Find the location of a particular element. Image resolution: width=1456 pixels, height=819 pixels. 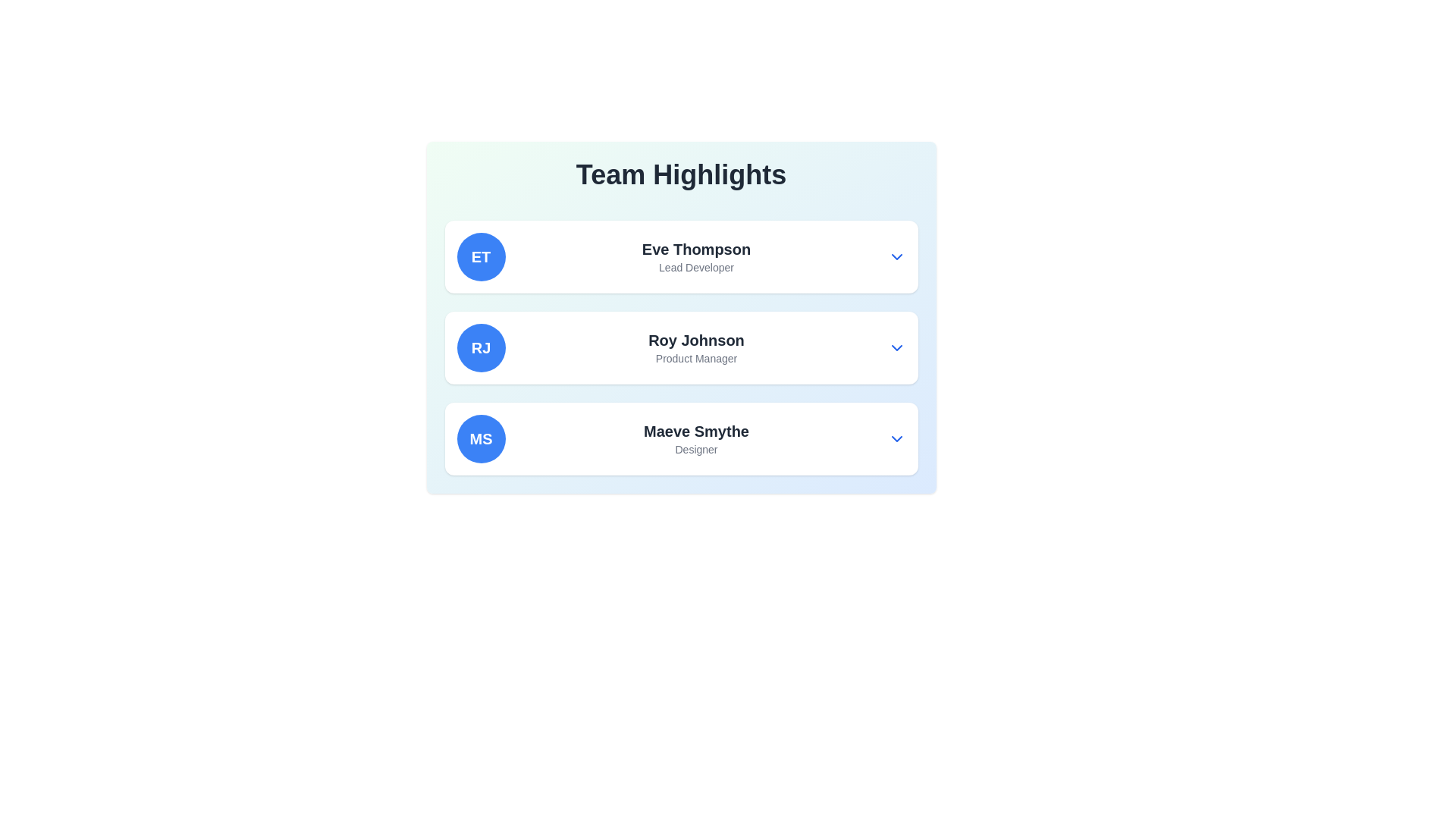

the text label displaying 'Product Manager' located below 'Roy Johnson' in the 'Team Highlights' section of the second card is located at coordinates (695, 359).